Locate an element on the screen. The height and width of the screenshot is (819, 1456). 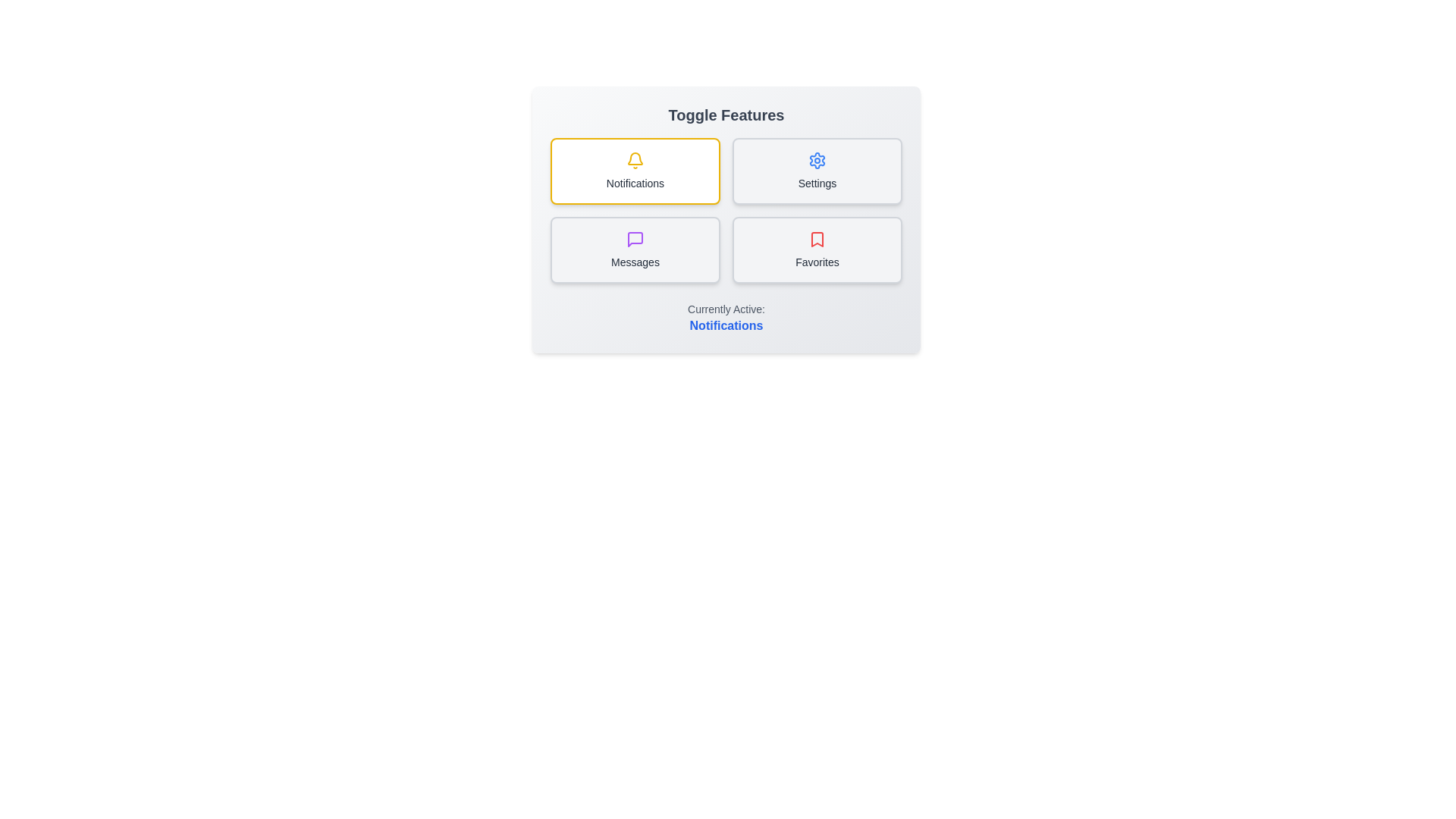
the header text to focus on it is located at coordinates (726, 114).